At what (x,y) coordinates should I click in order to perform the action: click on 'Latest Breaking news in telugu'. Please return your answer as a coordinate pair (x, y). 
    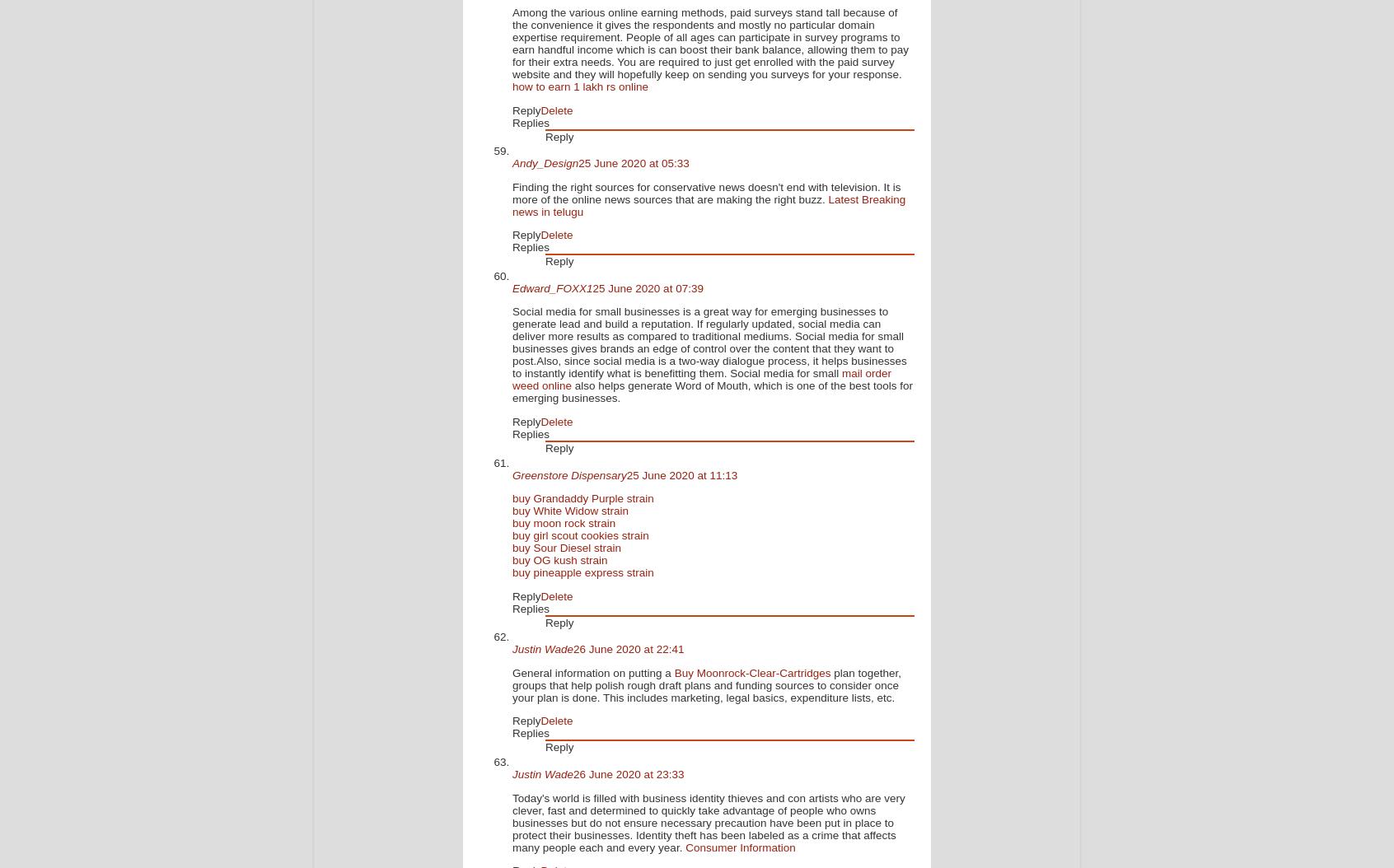
    Looking at the image, I should click on (708, 204).